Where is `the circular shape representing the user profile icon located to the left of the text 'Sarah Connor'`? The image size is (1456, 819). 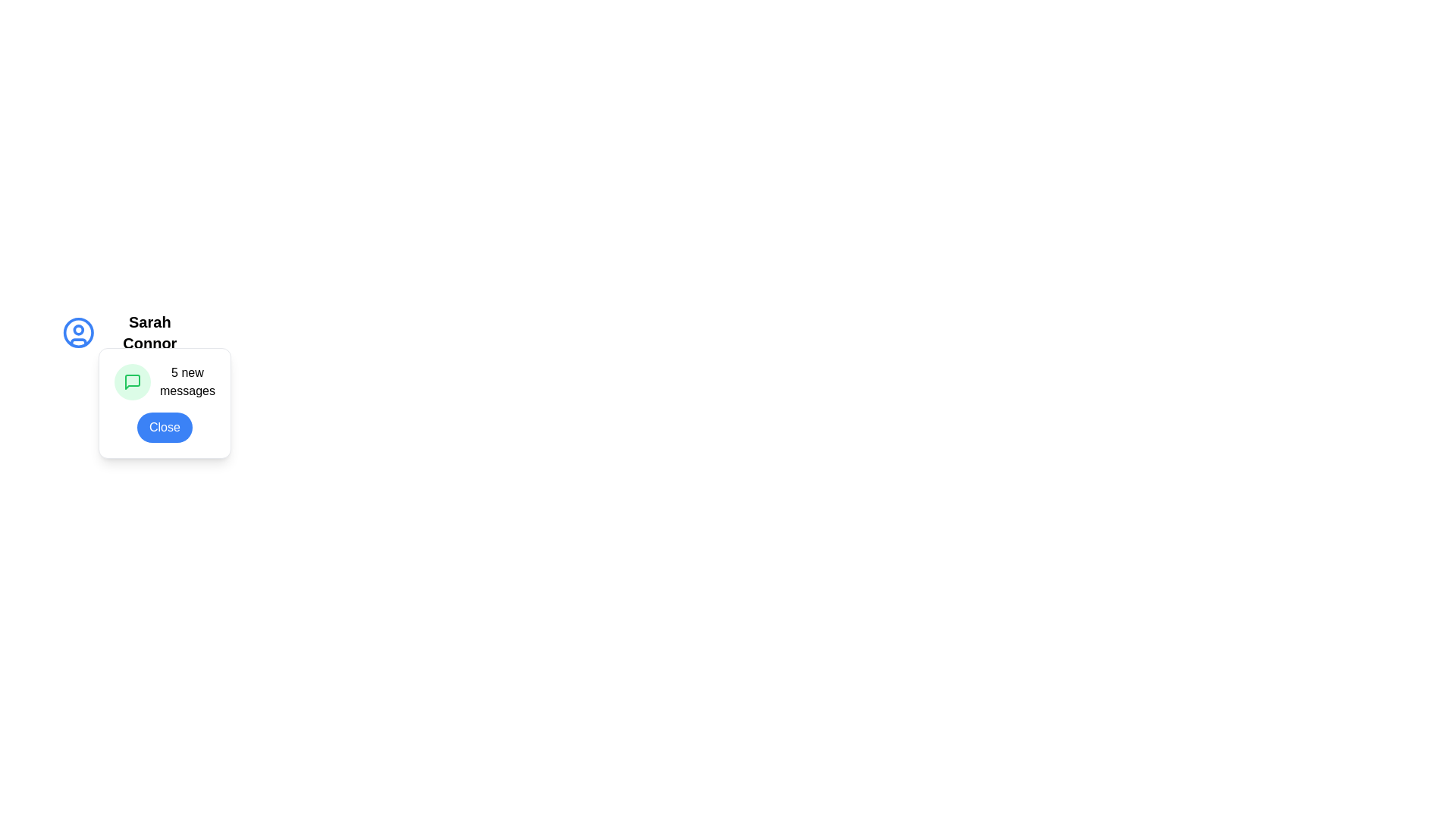
the circular shape representing the user profile icon located to the left of the text 'Sarah Connor' is located at coordinates (77, 332).